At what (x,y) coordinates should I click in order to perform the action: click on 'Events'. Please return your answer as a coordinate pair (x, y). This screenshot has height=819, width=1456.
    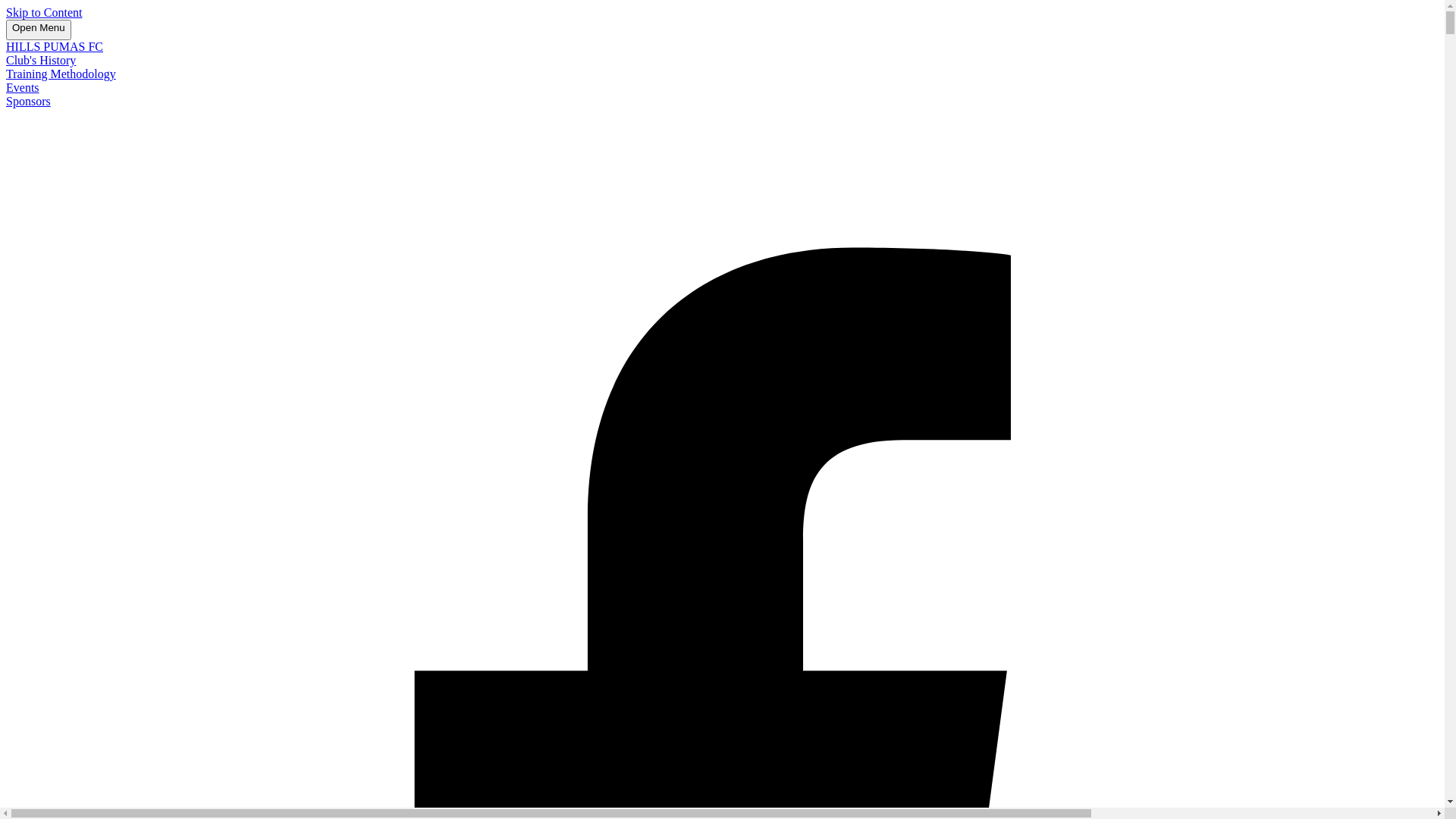
    Looking at the image, I should click on (22, 87).